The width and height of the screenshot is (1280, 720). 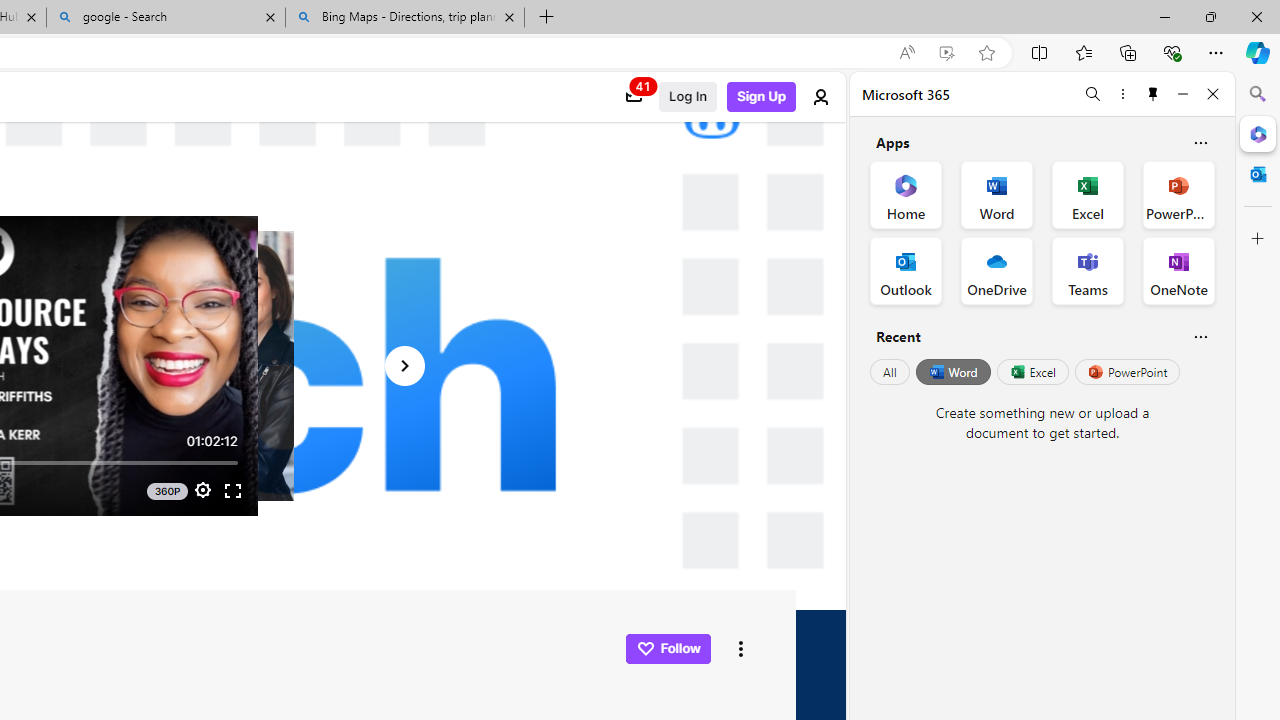 What do you see at coordinates (889, 372) in the screenshot?
I see `'All'` at bounding box center [889, 372].